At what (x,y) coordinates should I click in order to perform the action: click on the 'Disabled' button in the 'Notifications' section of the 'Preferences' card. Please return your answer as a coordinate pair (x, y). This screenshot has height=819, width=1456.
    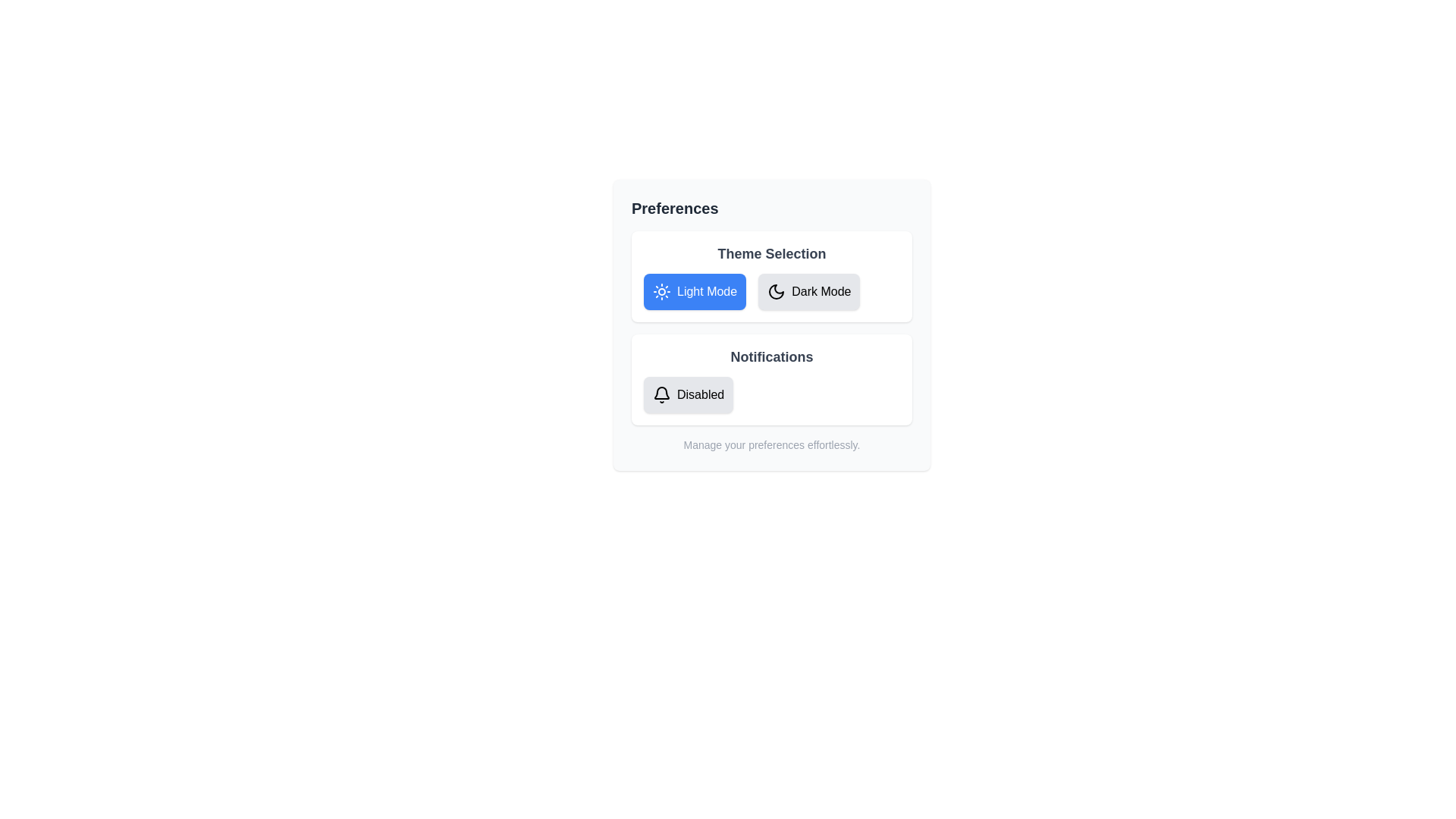
    Looking at the image, I should click on (687, 394).